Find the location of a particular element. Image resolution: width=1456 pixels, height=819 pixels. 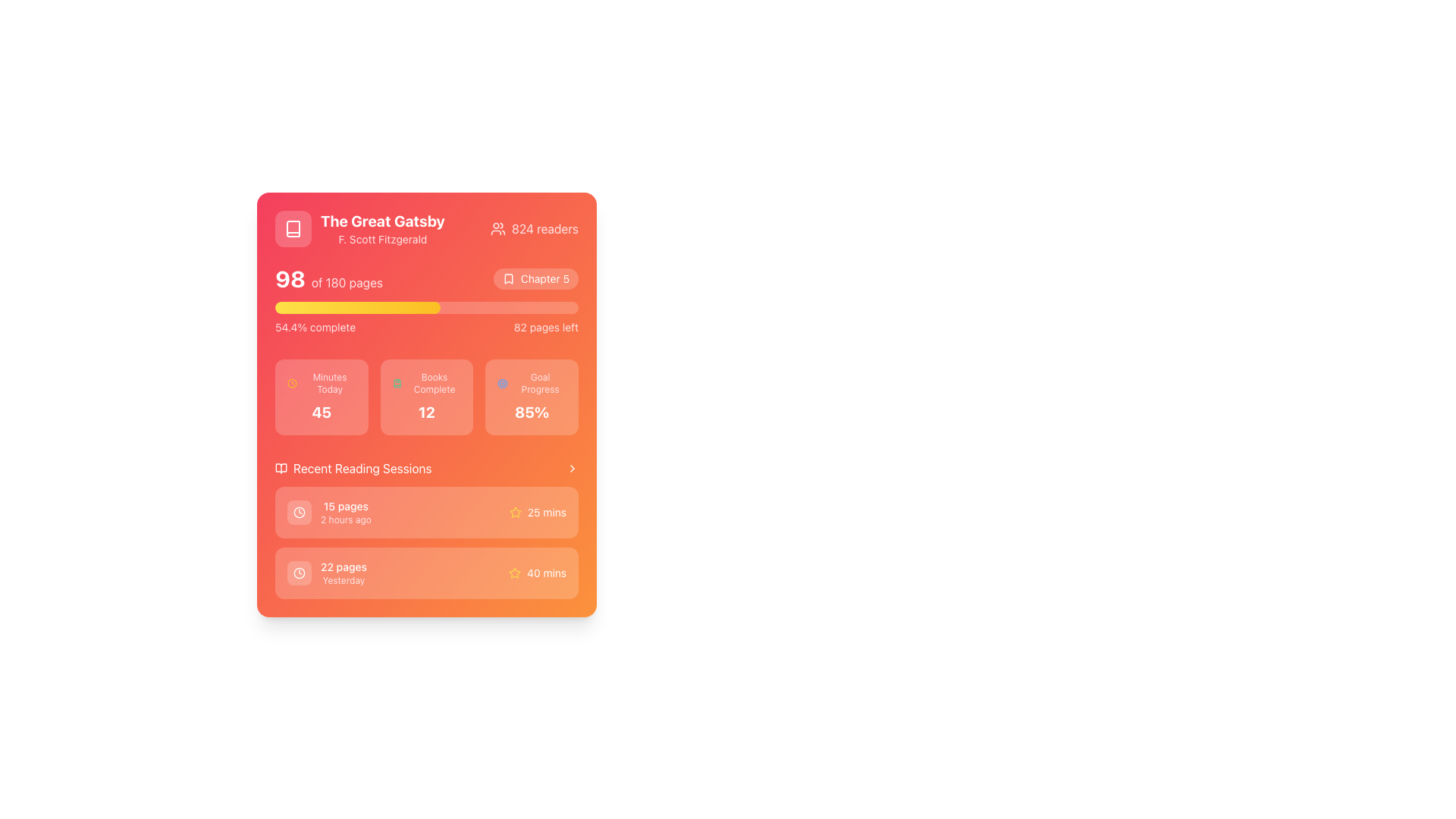

the largest circular graphic element at the center of the targeting design, which is the outermost circle of the icon is located at coordinates (503, 382).